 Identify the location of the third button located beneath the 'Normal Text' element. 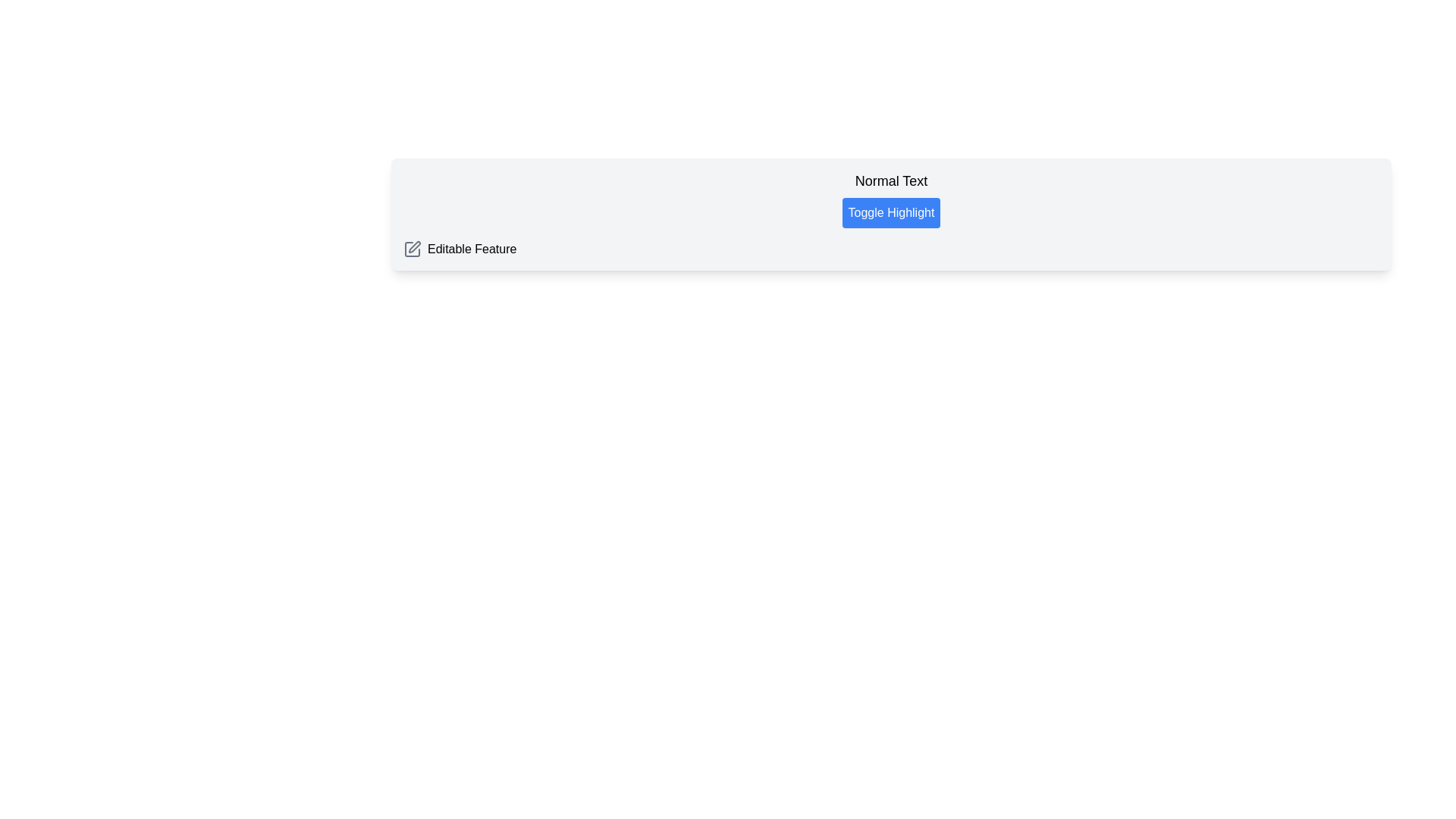
(891, 213).